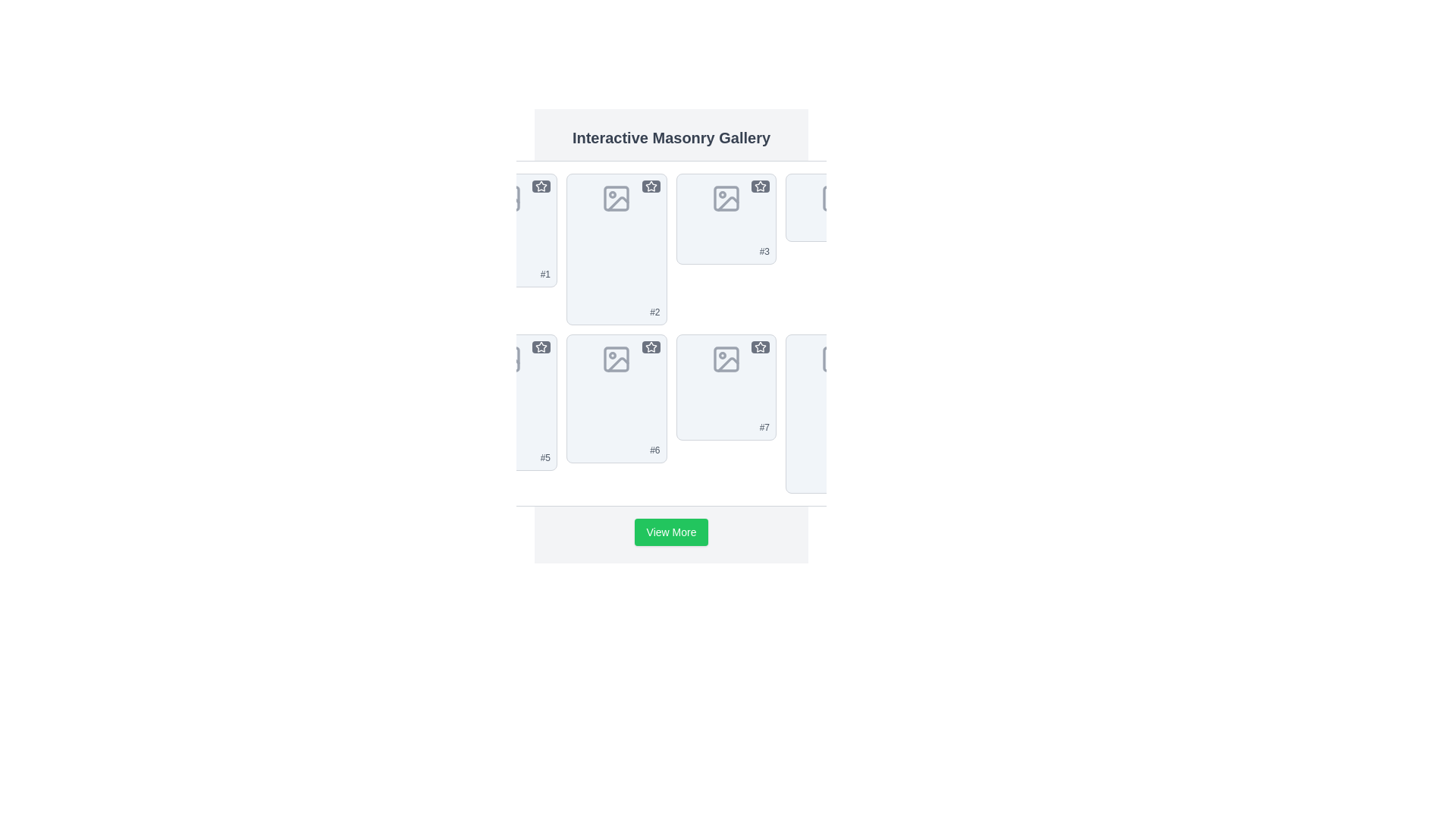  What do you see at coordinates (725, 219) in the screenshot?
I see `the card located` at bounding box center [725, 219].